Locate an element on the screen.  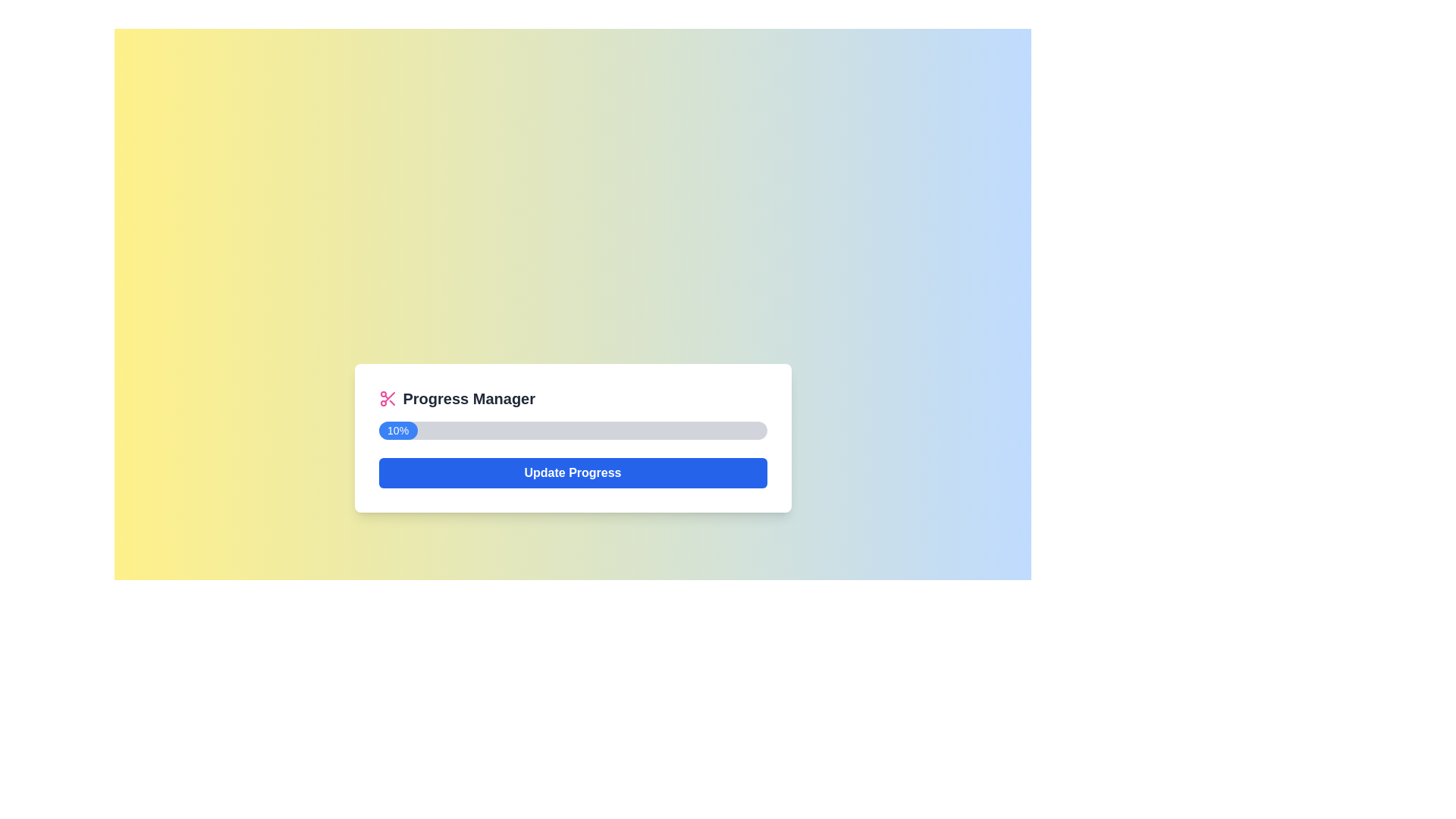
the 'Update Progress' button, which is a rectangular button with rounded corners, a blue background, and bold white text, located below the progress bar in the 'Progress Manager' card is located at coordinates (572, 472).